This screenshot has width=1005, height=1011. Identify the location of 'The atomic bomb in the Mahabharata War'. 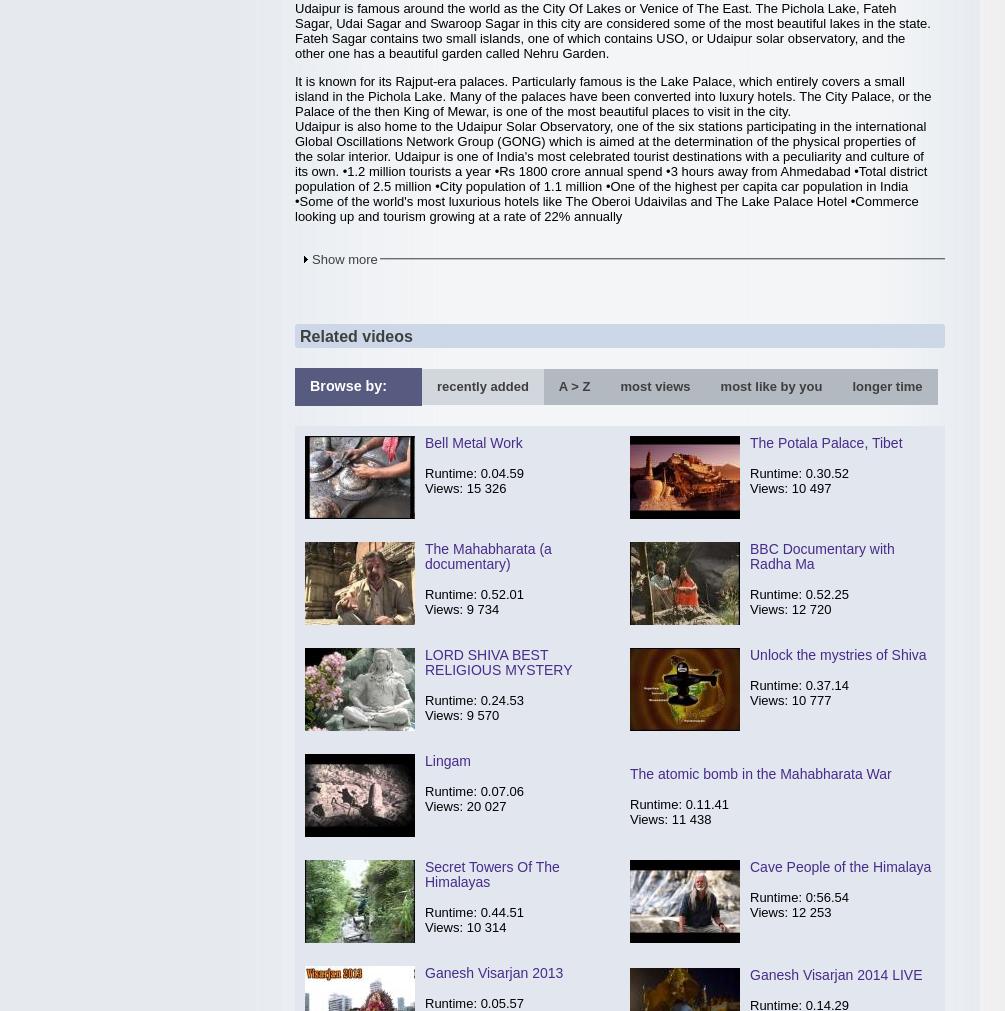
(760, 773).